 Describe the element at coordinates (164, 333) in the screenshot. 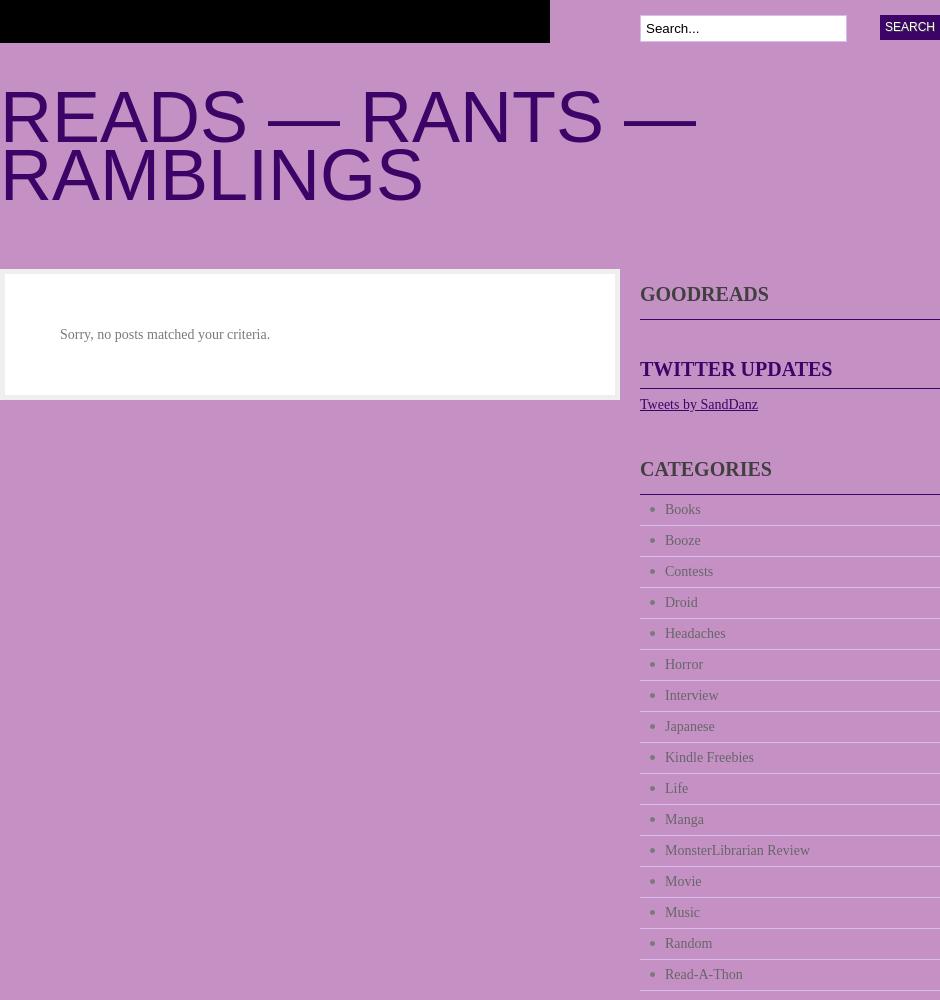

I see `'Sorry, no posts matched your criteria.'` at that location.